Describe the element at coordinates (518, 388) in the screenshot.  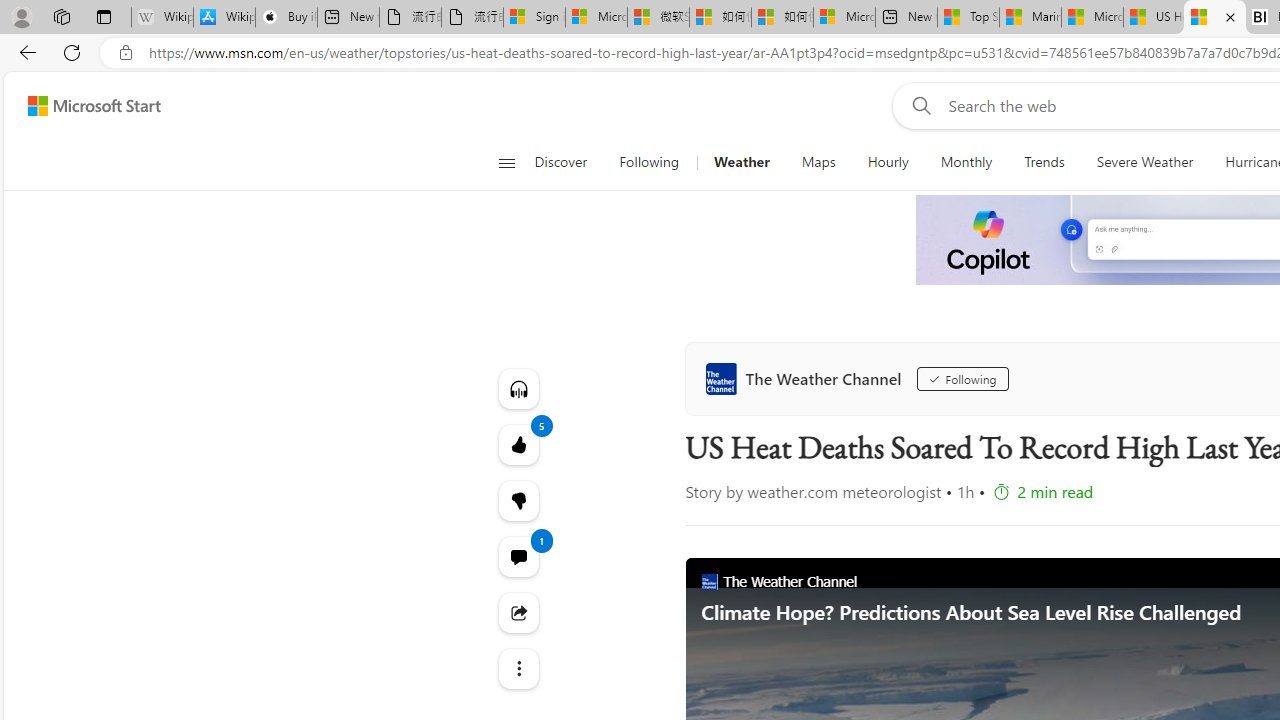
I see `'Listen to this article'` at that location.